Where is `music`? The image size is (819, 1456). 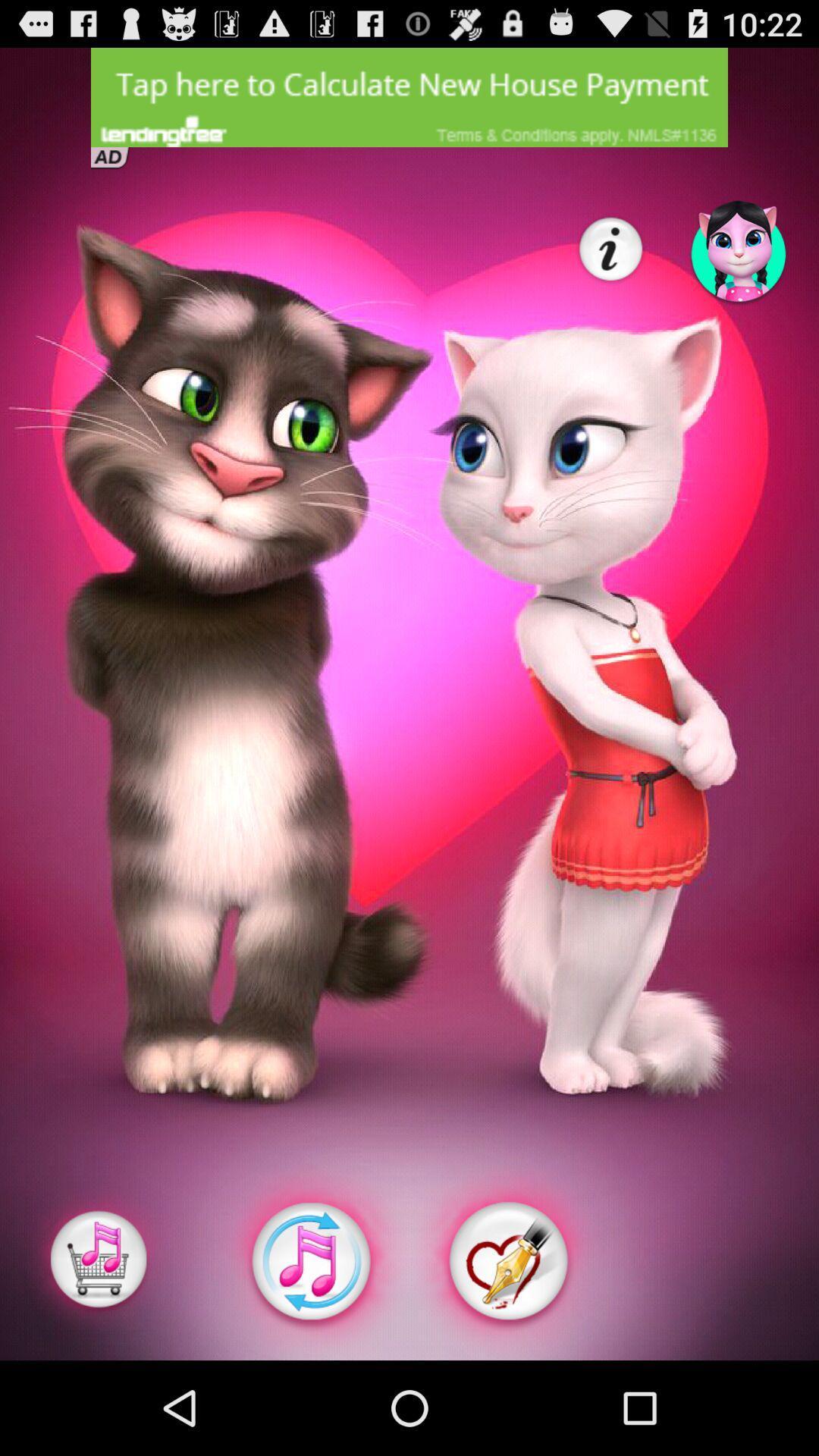 music is located at coordinates (309, 1261).